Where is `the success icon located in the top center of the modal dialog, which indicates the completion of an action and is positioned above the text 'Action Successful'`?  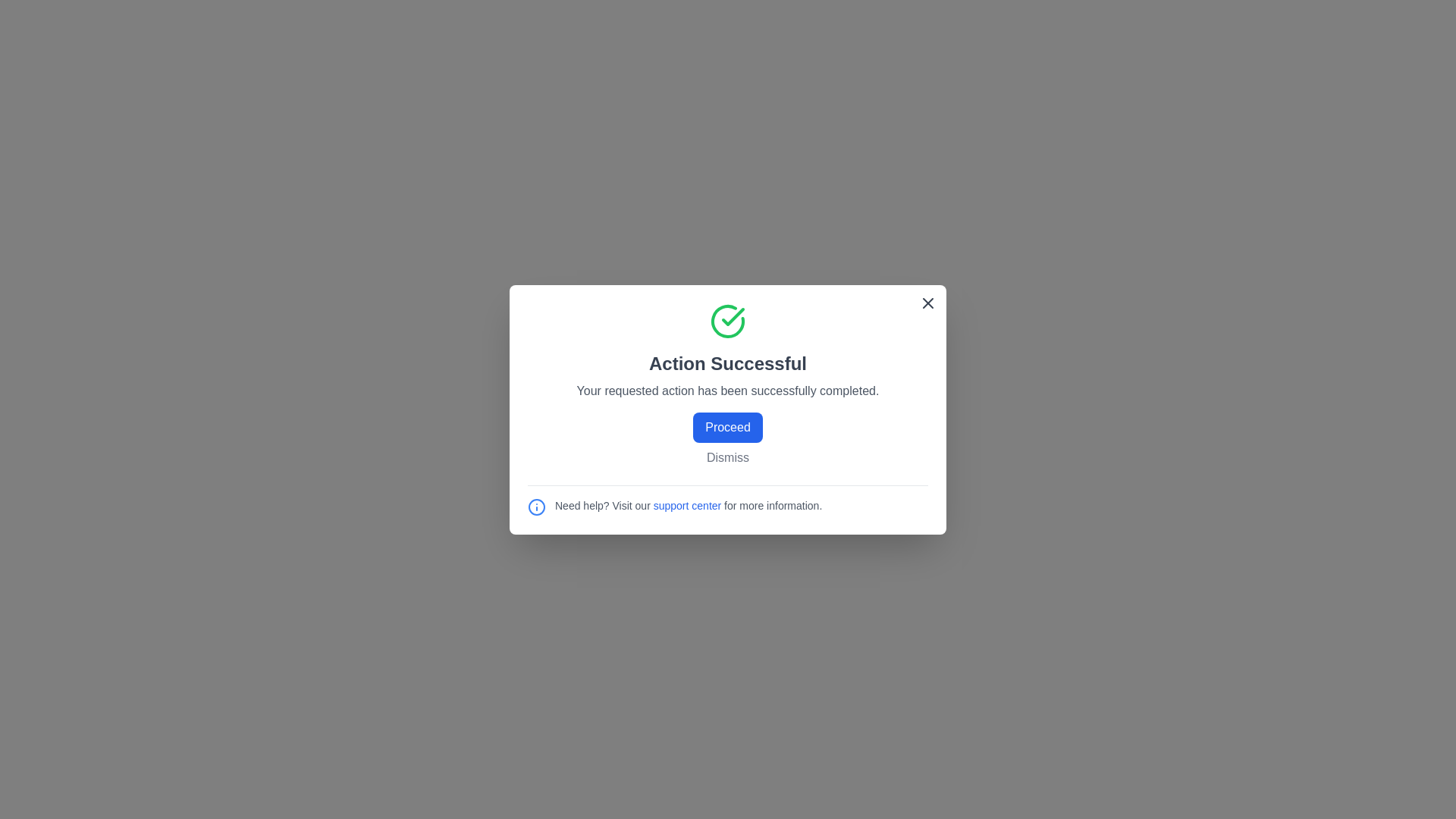
the success icon located in the top center of the modal dialog, which indicates the completion of an action and is positioned above the text 'Action Successful' is located at coordinates (733, 315).